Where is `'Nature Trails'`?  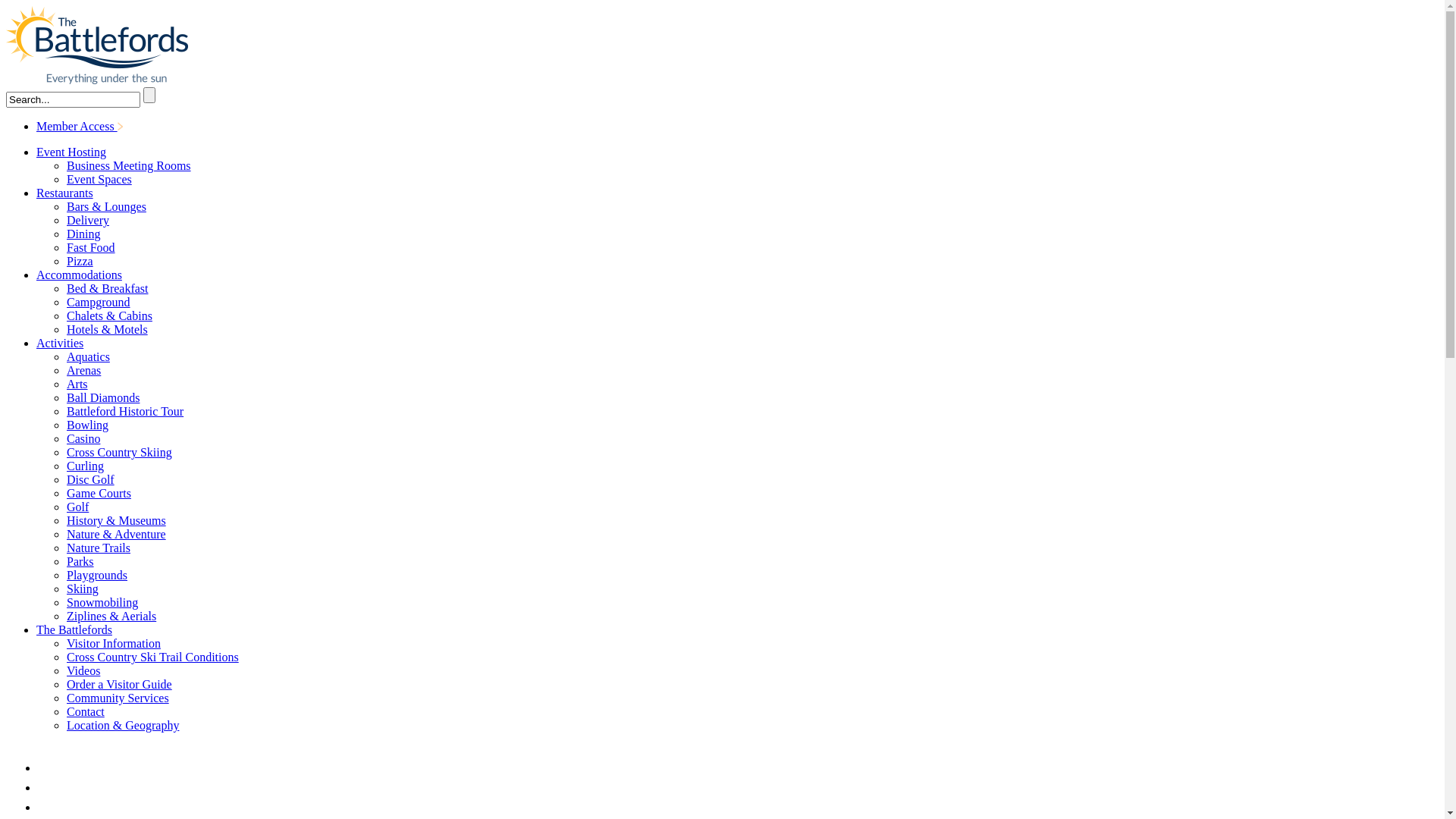 'Nature Trails' is located at coordinates (65, 548).